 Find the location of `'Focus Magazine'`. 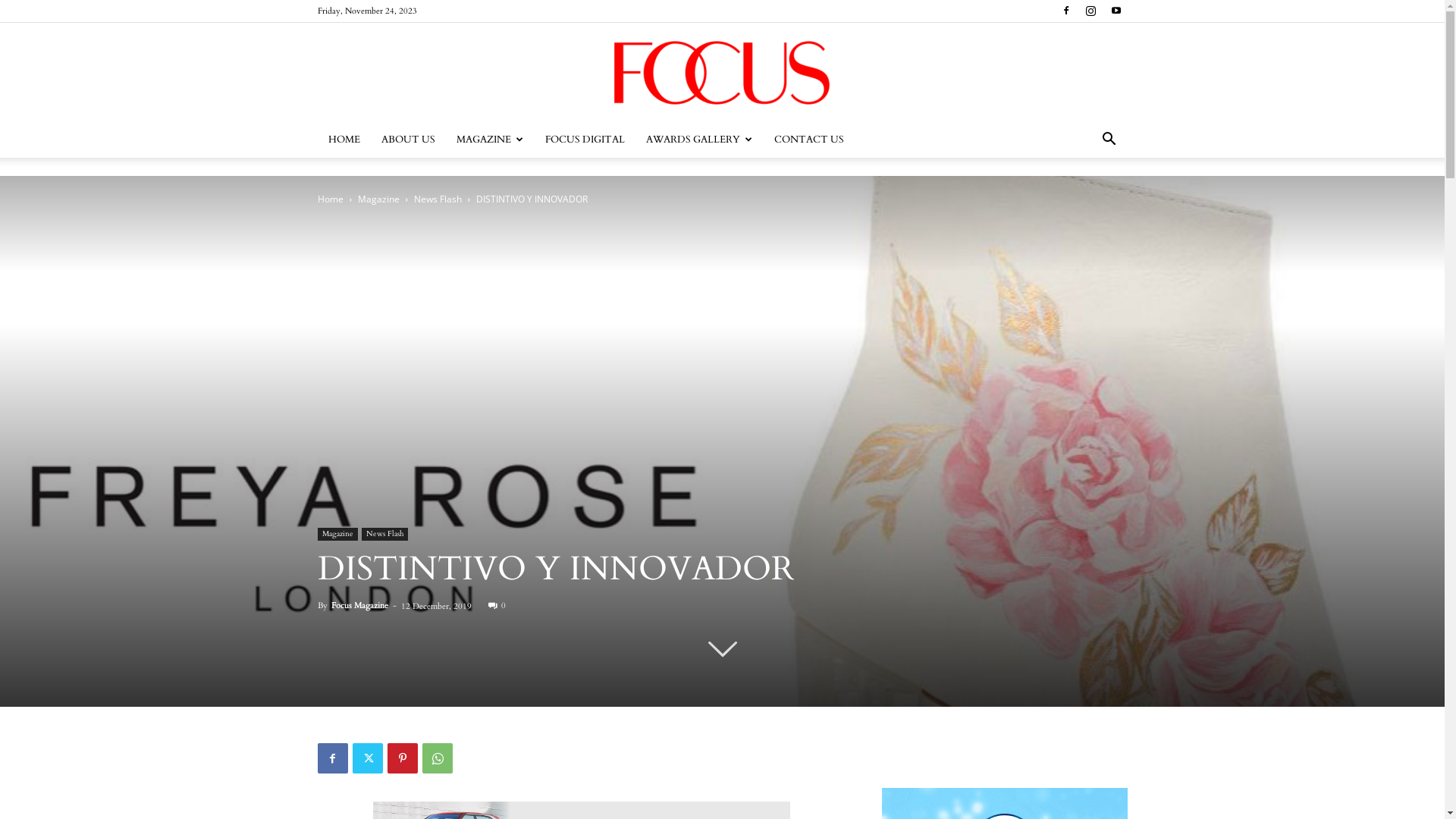

'Focus Magazine' is located at coordinates (358, 604).